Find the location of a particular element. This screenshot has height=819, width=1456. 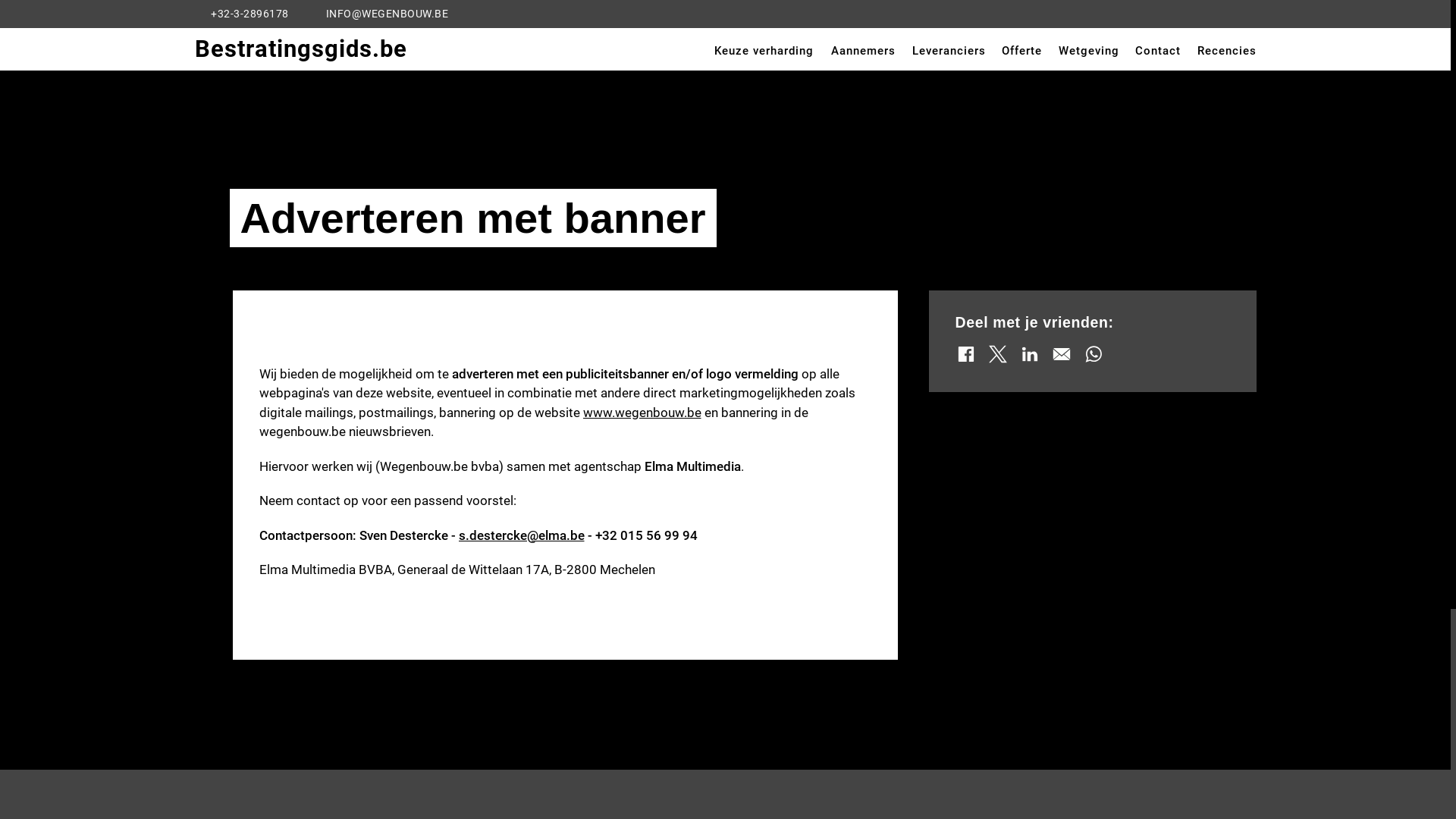

'Share via X' is located at coordinates (997, 353).